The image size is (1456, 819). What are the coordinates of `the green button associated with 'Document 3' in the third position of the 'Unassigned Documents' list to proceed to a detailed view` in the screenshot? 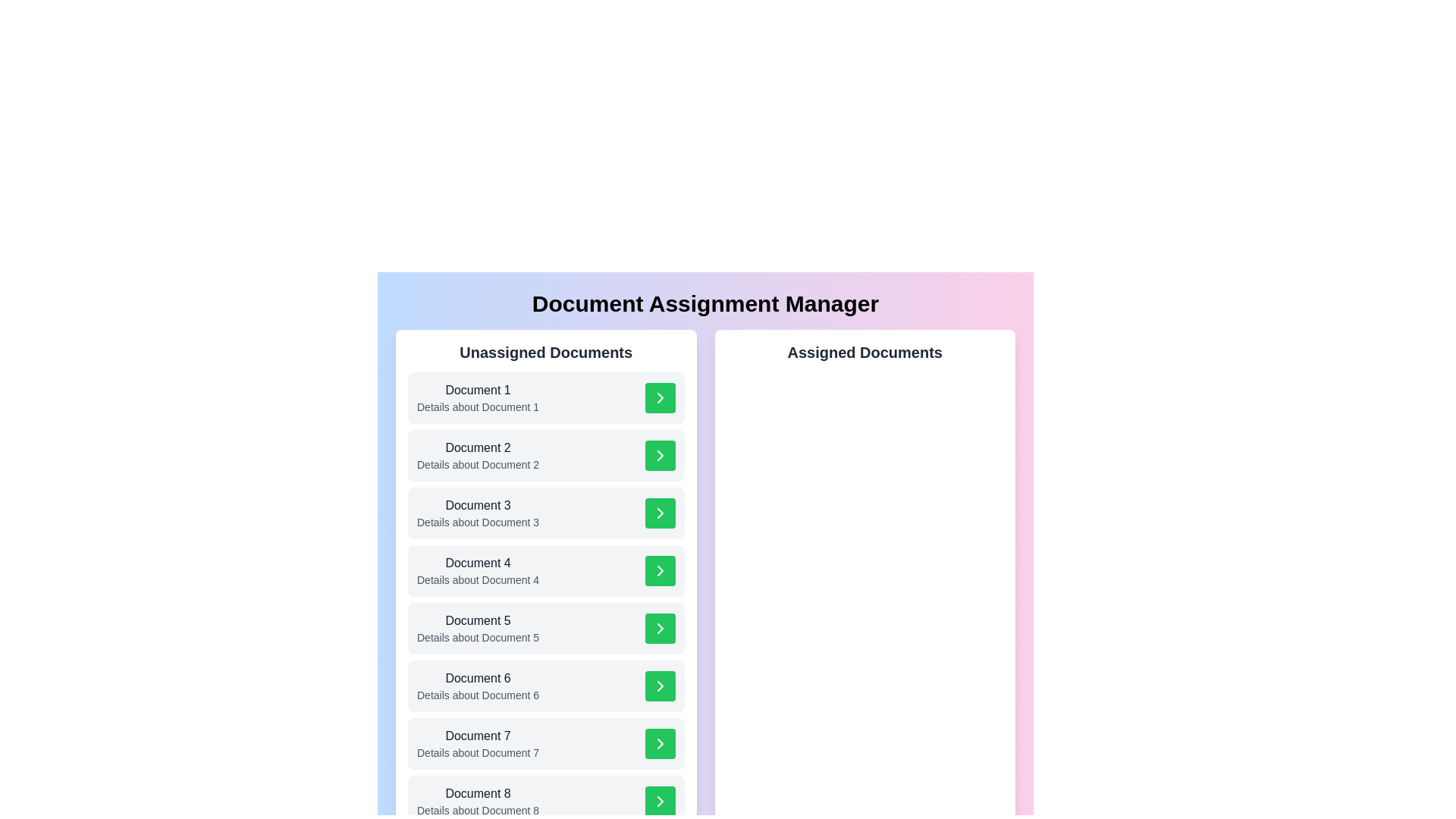 It's located at (546, 513).